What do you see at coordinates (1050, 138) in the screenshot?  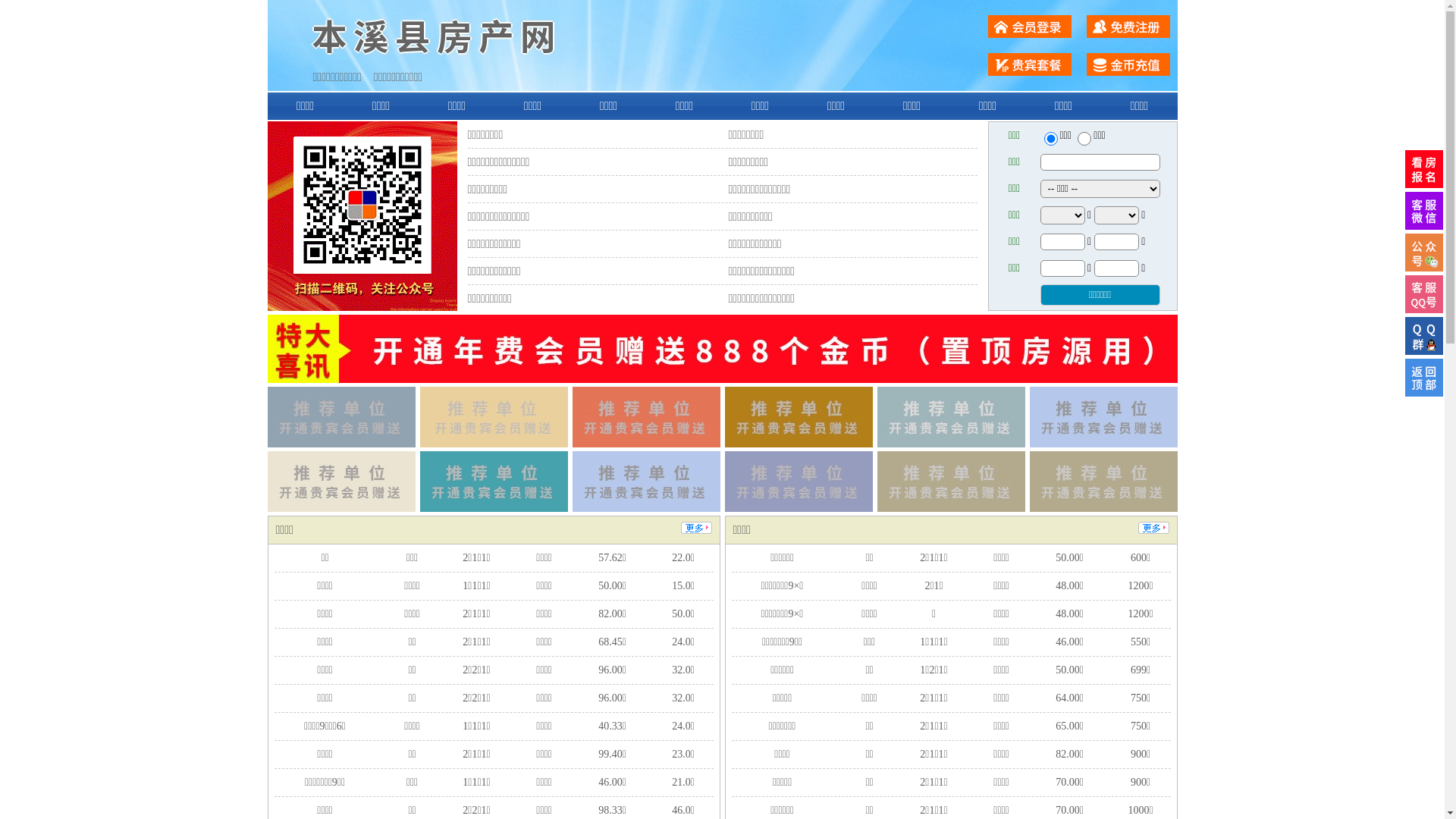 I see `'ershou'` at bounding box center [1050, 138].